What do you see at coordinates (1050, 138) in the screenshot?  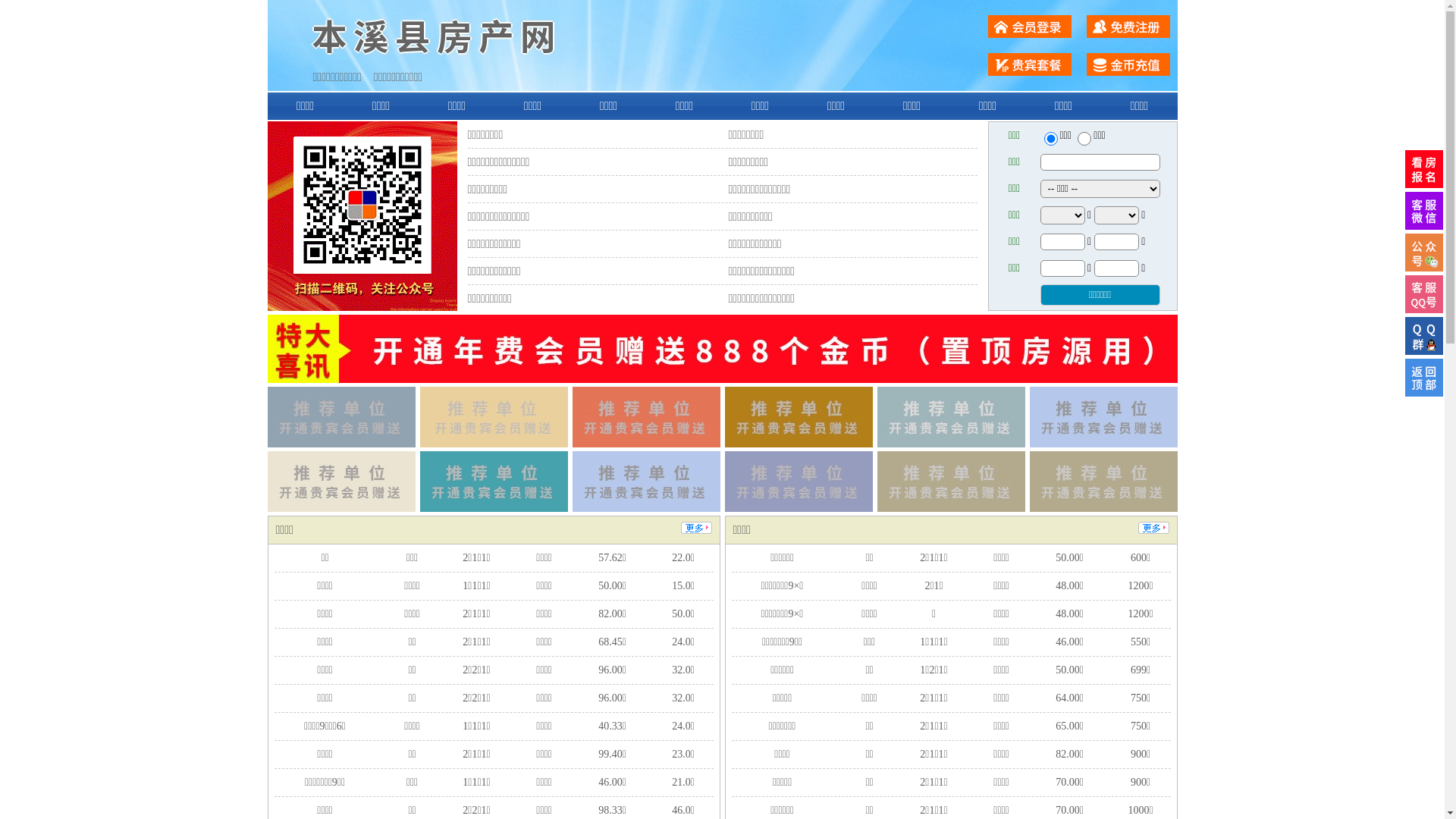 I see `'ershou'` at bounding box center [1050, 138].